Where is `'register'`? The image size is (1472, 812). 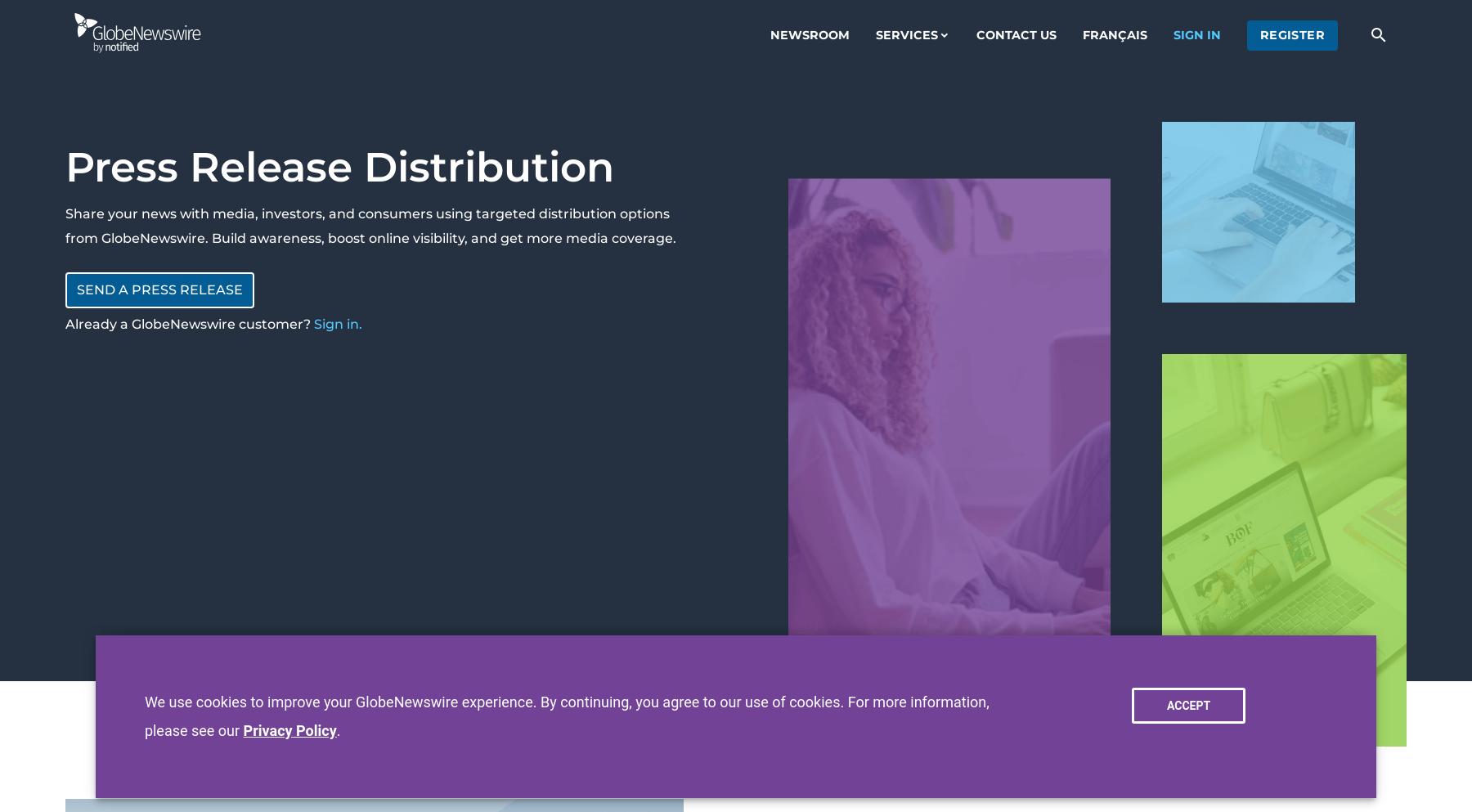 'register' is located at coordinates (1291, 34).